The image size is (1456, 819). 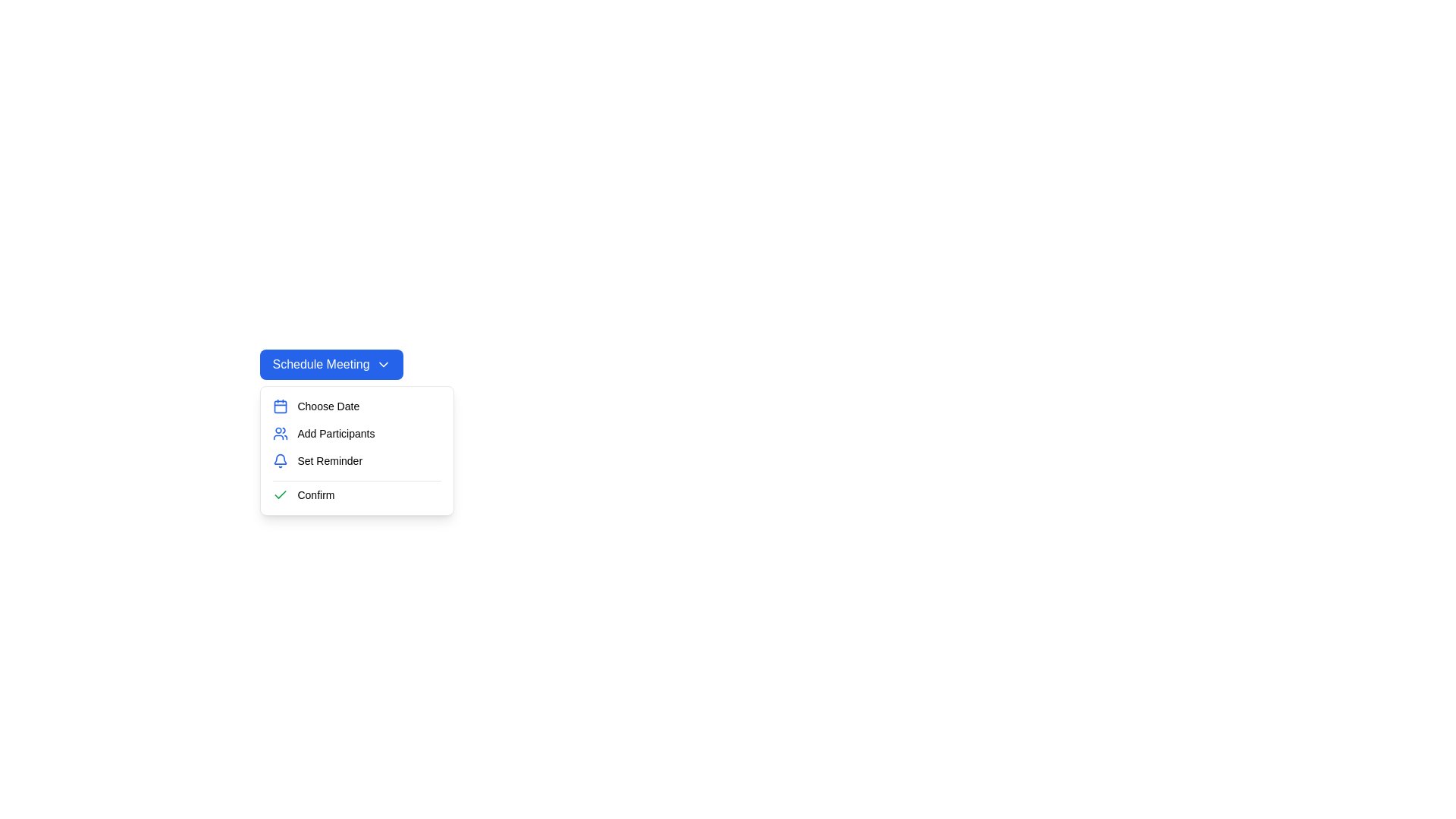 What do you see at coordinates (328, 406) in the screenshot?
I see `the 'Choose Date' label in the dropdown menu` at bounding box center [328, 406].